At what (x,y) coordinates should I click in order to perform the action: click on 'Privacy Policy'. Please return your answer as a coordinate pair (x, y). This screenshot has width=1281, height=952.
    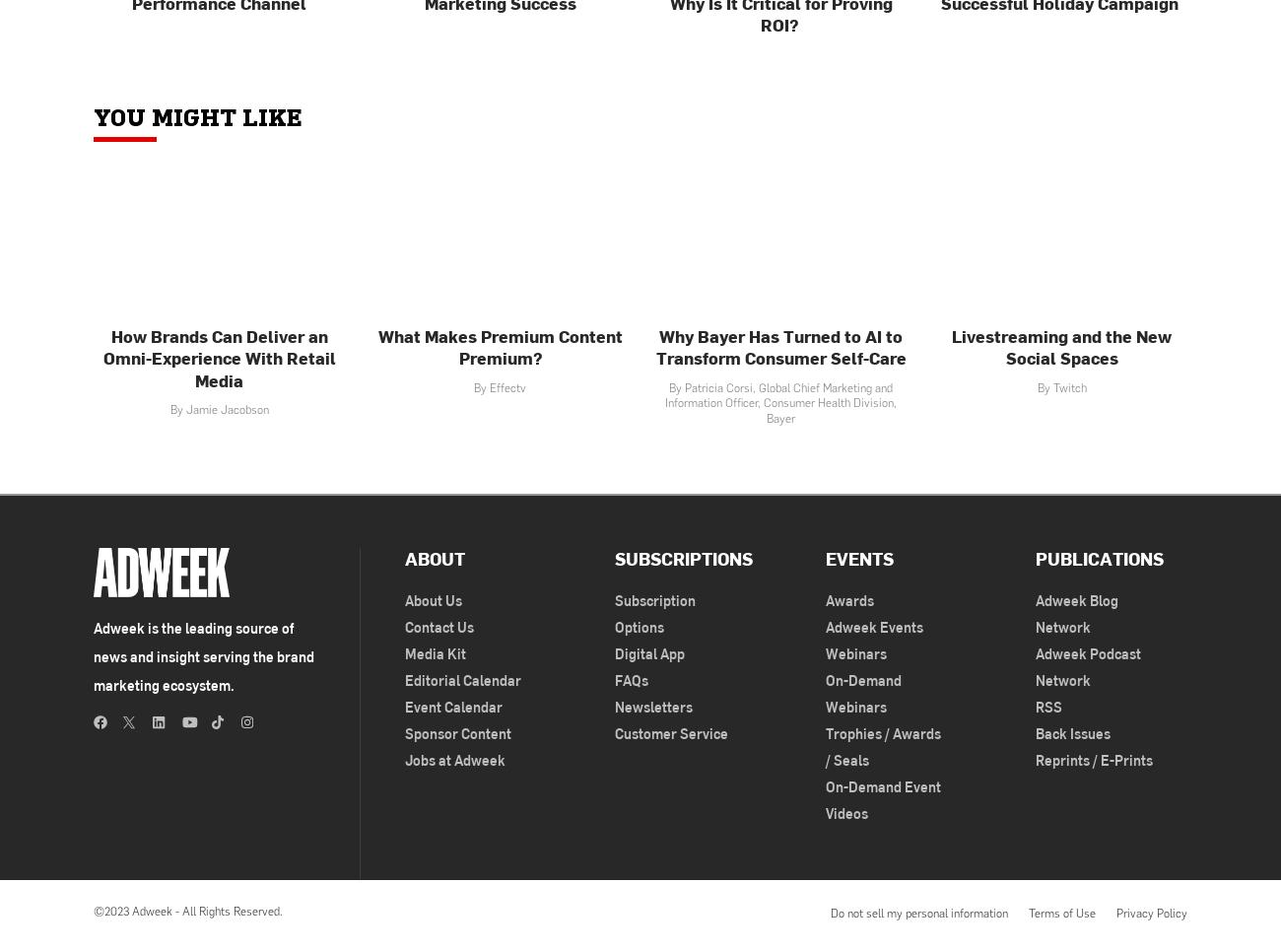
    Looking at the image, I should click on (1151, 912).